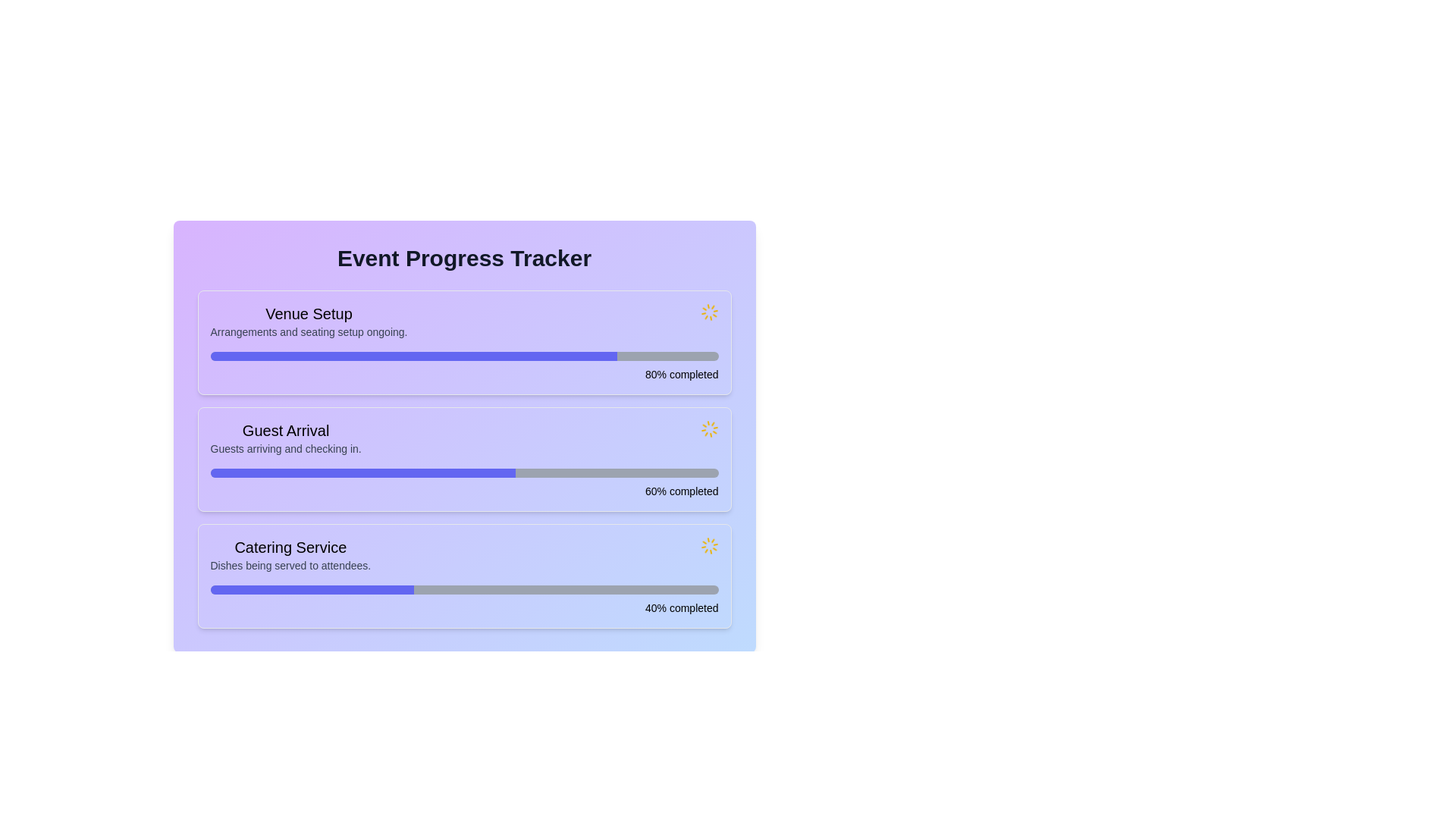  What do you see at coordinates (708, 429) in the screenshot?
I see `the animated yellow loading spinner located in the second row of the event progress tracker, adjacent to the progress percentage text for 'Guest Arrival'` at bounding box center [708, 429].